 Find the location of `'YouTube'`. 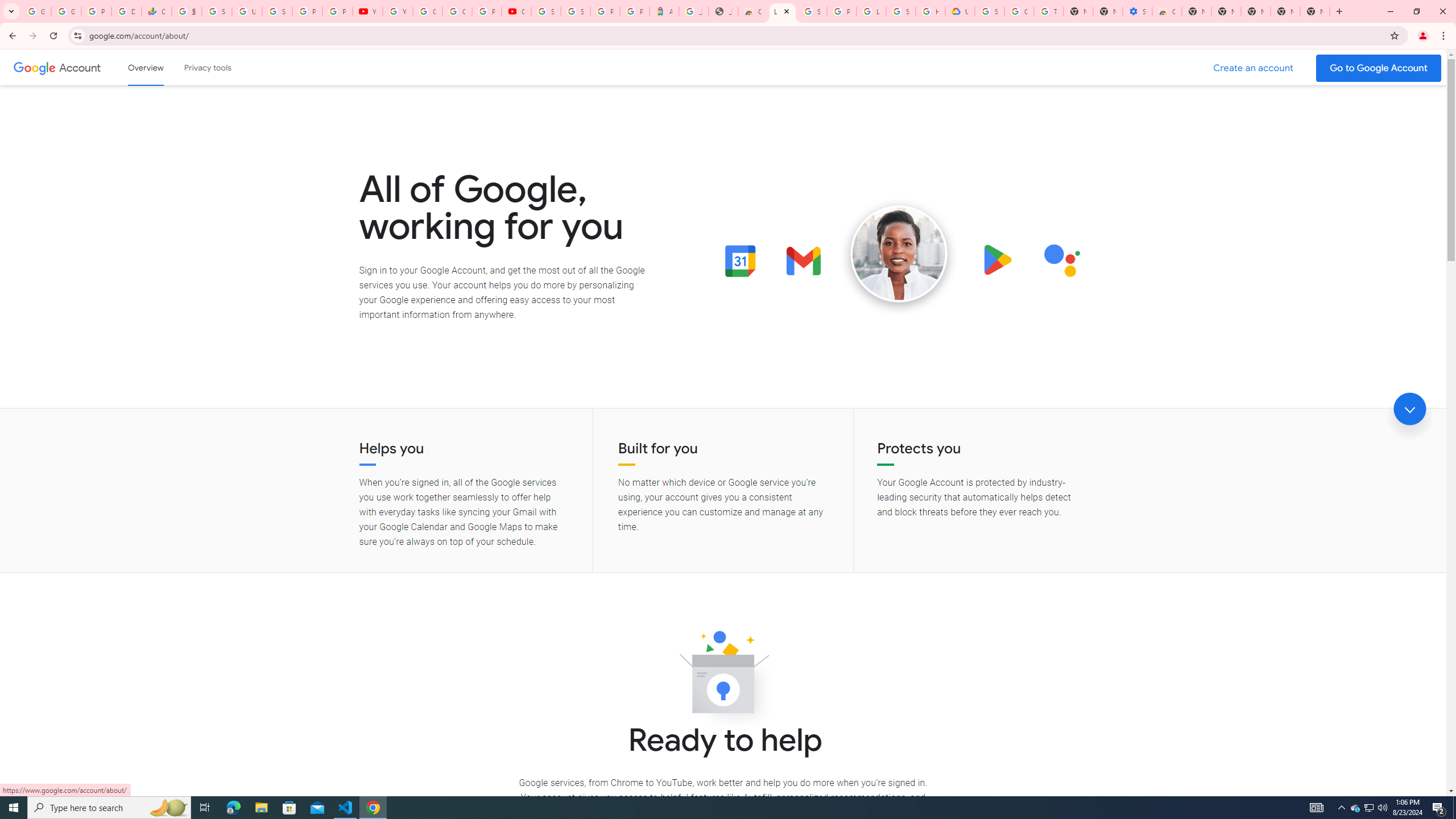

'YouTube' is located at coordinates (396, 11).